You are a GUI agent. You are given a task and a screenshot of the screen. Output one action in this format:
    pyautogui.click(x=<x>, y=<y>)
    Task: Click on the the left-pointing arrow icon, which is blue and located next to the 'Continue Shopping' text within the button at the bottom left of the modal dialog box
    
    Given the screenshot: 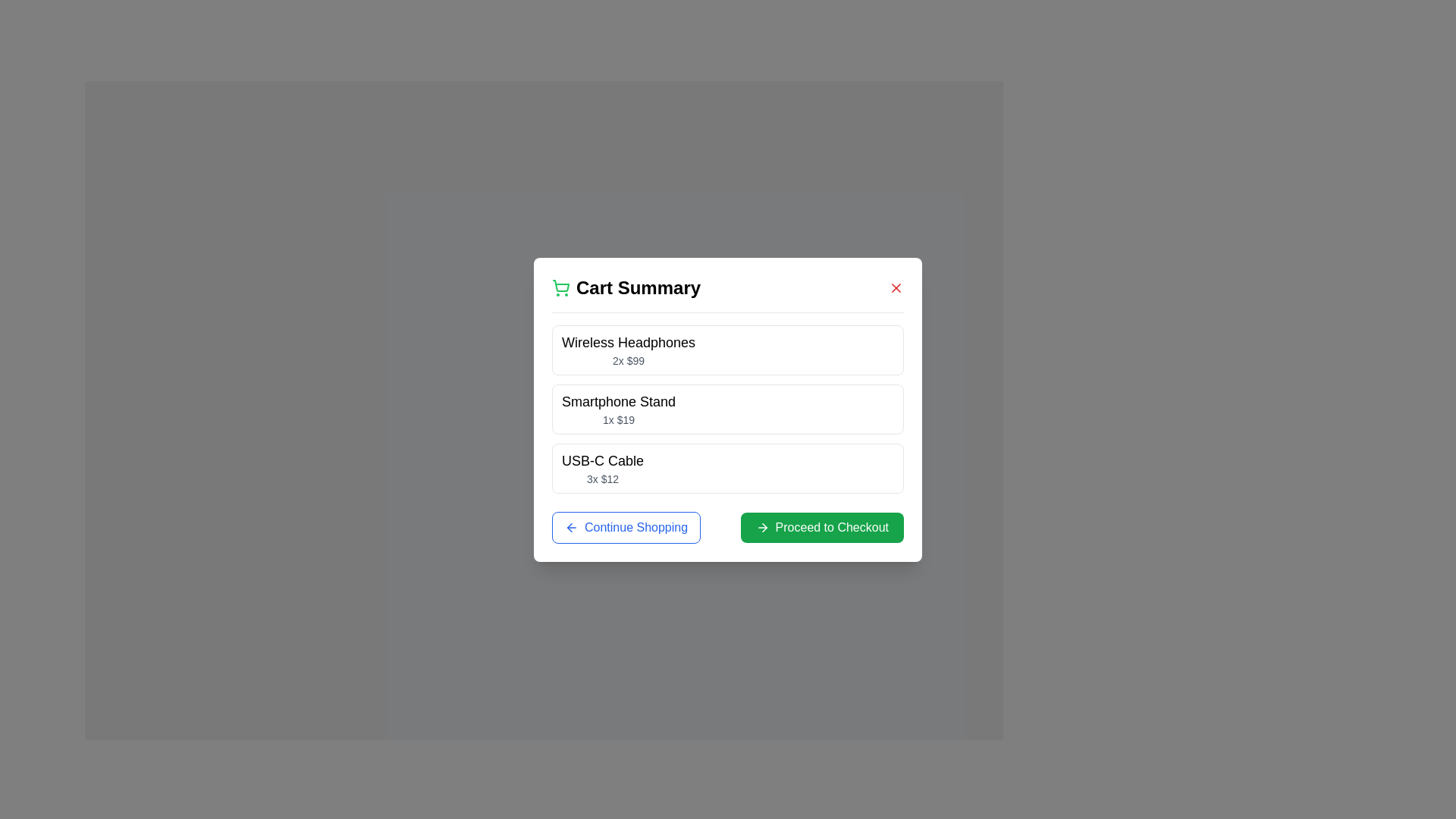 What is the action you would take?
    pyautogui.click(x=570, y=526)
    